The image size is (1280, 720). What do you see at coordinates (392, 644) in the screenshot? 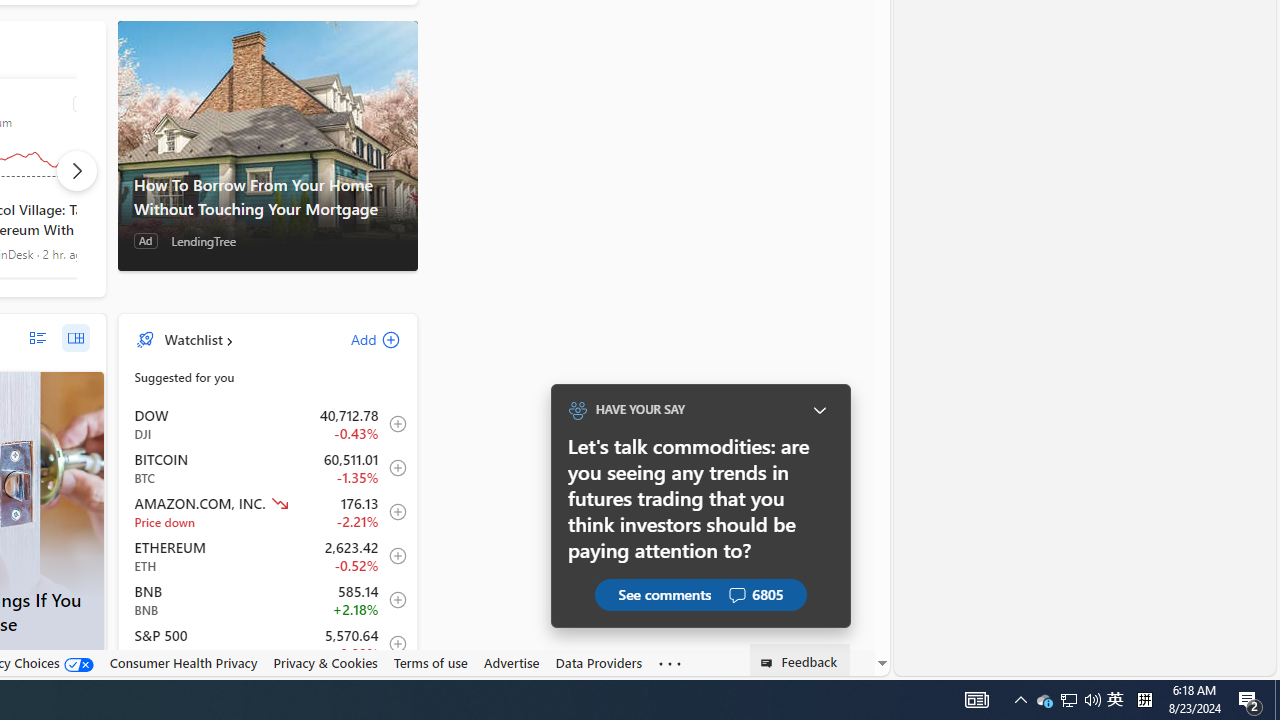
I see `'Add to Watchlist'` at bounding box center [392, 644].